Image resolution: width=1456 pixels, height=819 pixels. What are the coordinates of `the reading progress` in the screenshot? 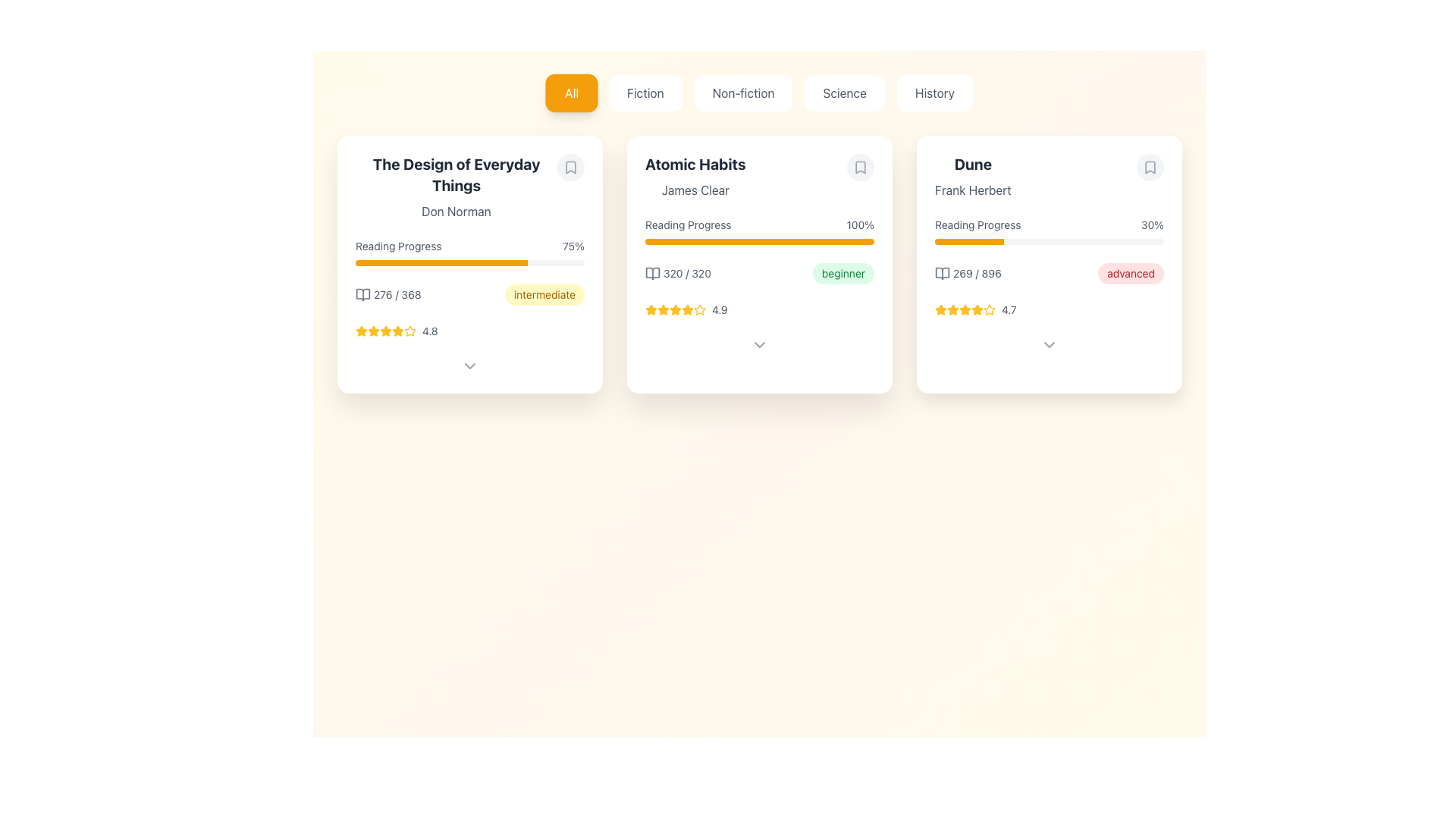 It's located at (981, 241).